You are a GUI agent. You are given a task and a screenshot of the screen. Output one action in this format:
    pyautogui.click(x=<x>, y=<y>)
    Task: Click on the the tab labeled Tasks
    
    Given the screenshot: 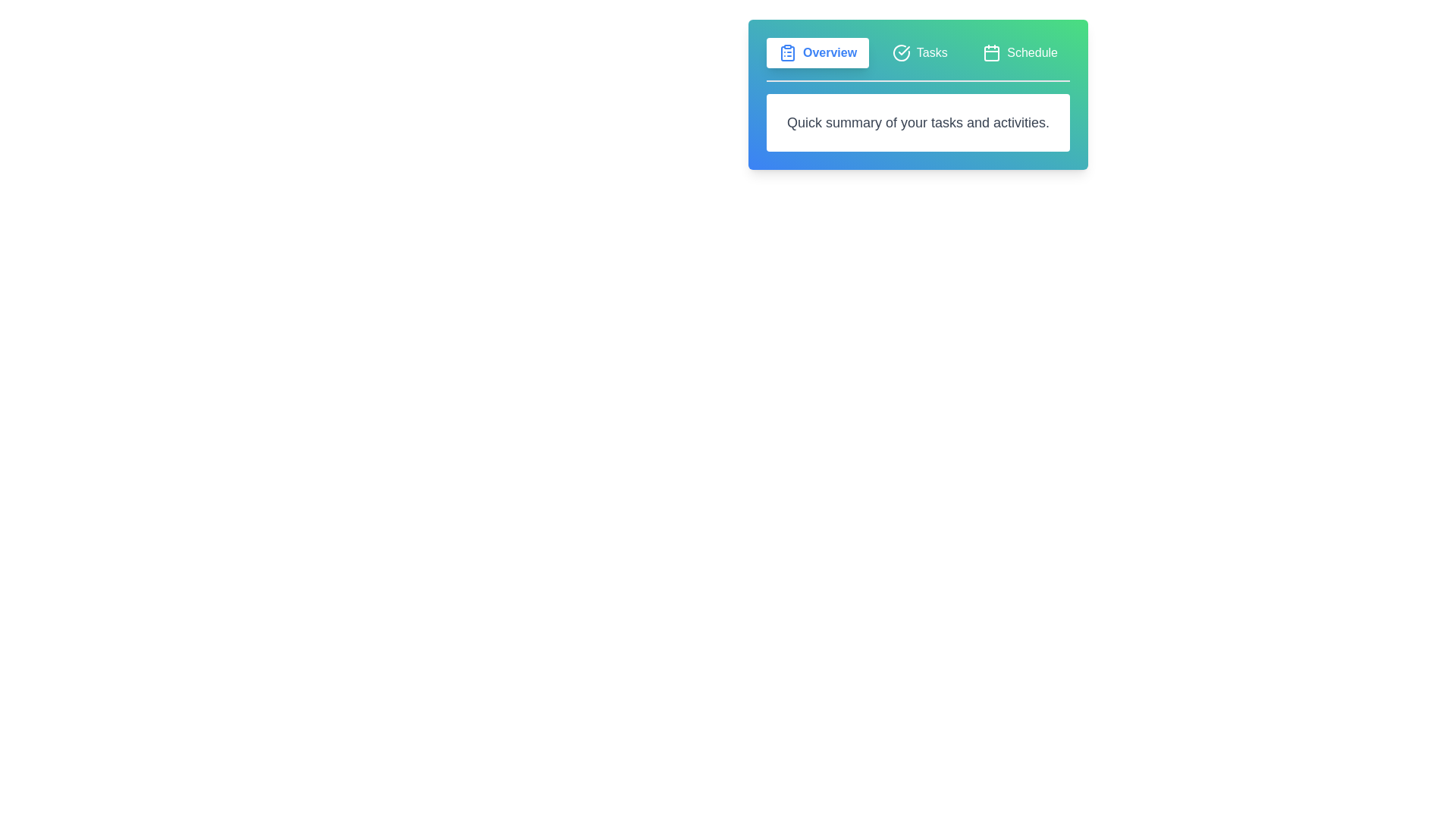 What is the action you would take?
    pyautogui.click(x=919, y=52)
    